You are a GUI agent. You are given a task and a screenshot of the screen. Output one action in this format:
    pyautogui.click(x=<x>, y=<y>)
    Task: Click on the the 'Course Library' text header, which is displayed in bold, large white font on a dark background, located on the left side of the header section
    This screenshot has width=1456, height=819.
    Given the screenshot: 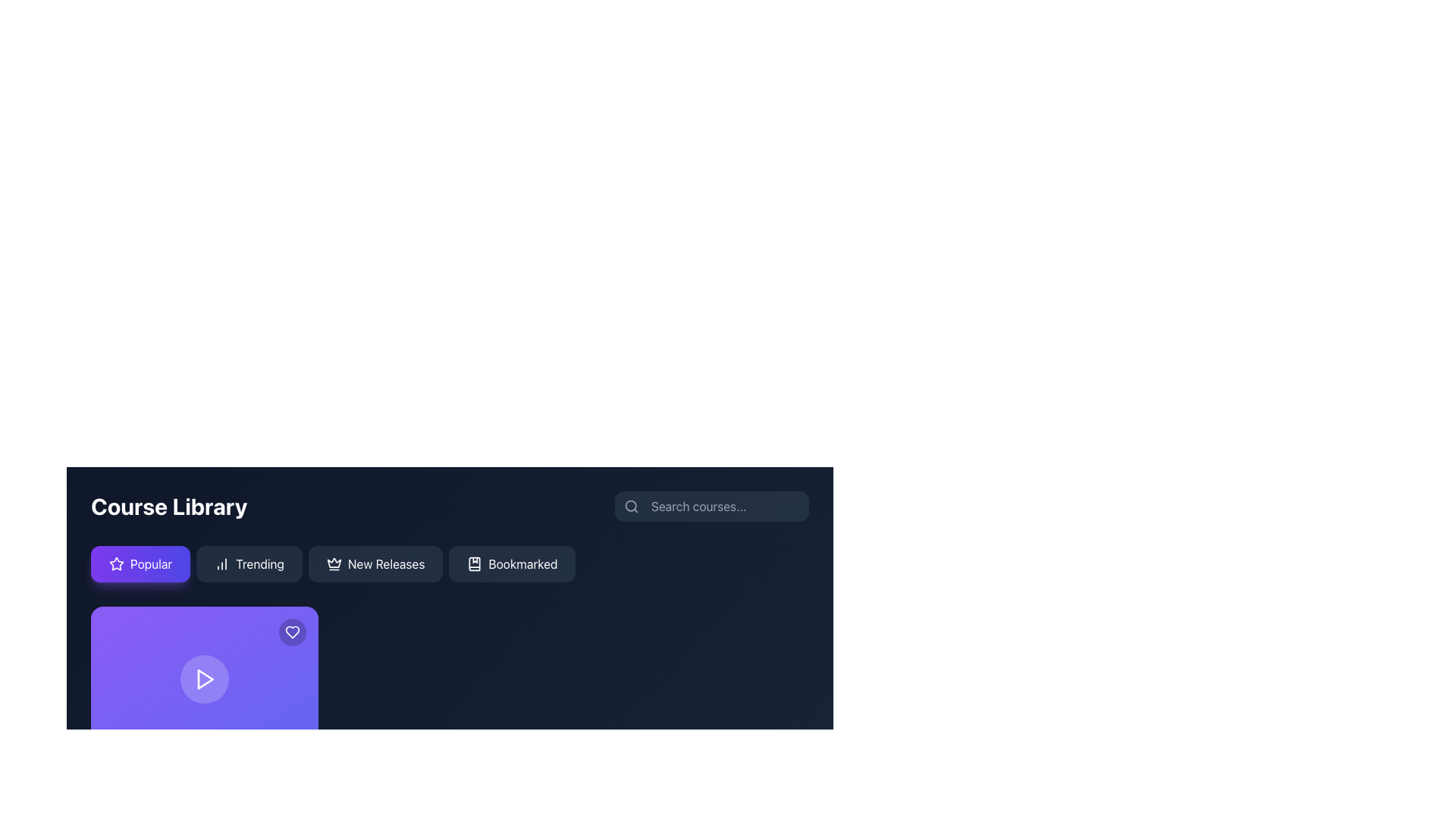 What is the action you would take?
    pyautogui.click(x=169, y=506)
    